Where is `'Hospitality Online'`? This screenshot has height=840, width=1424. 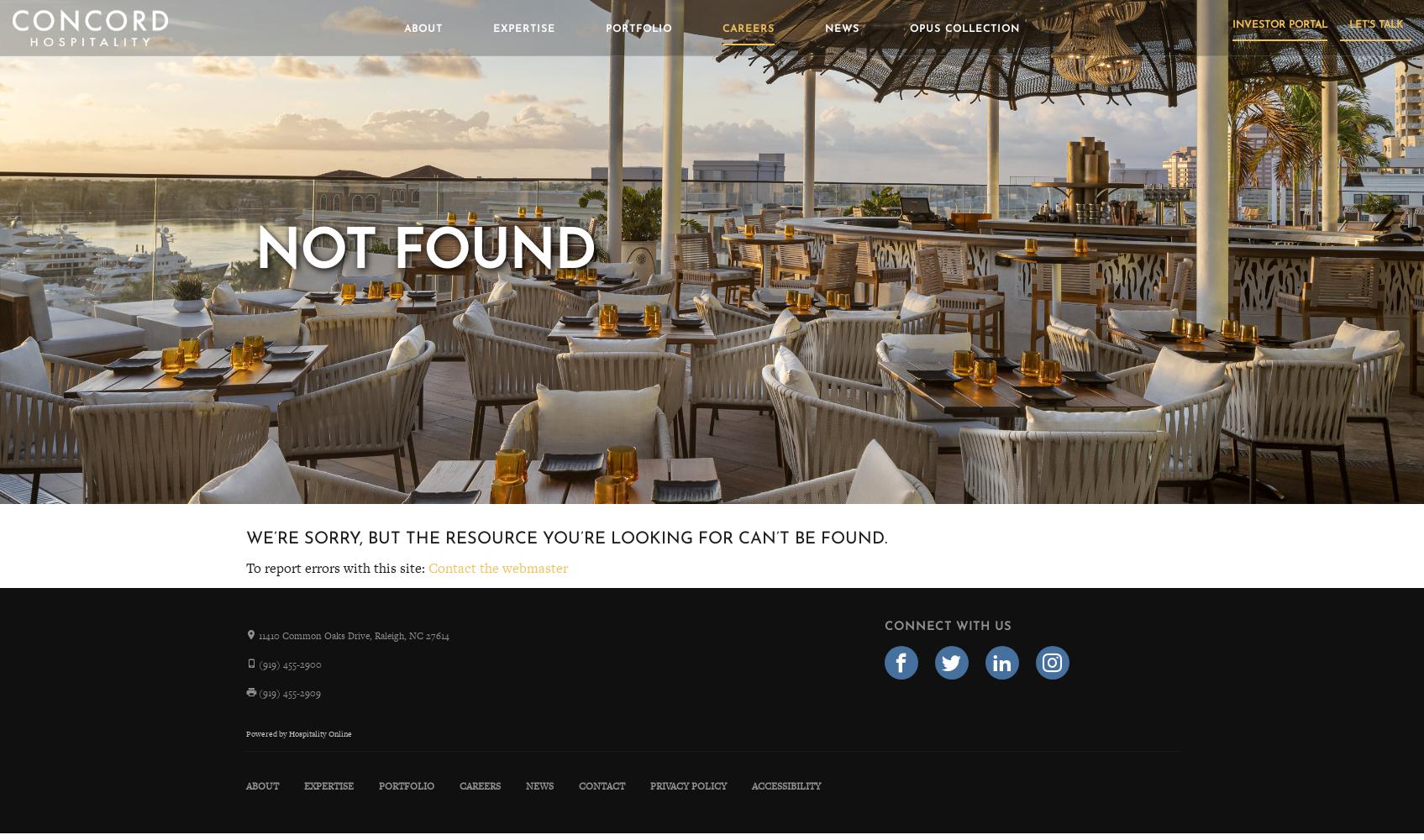 'Hospitality Online' is located at coordinates (318, 732).